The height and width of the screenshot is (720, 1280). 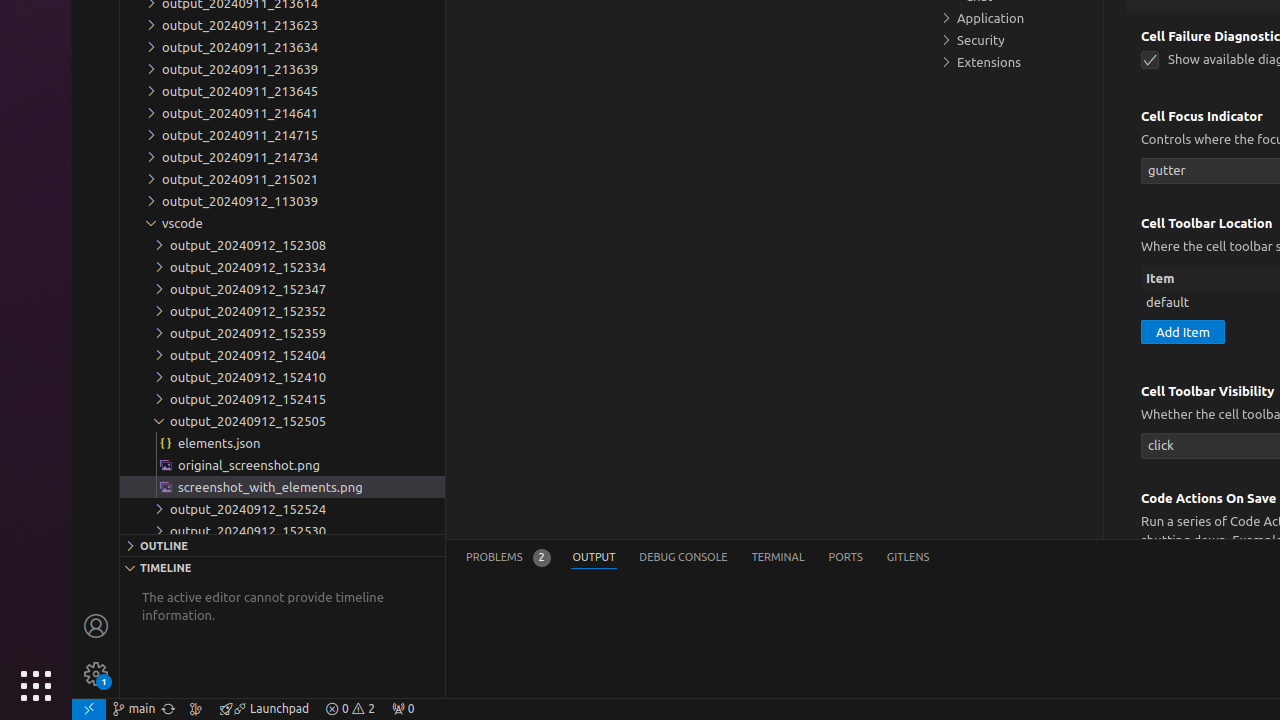 I want to click on 'output_20240912_152505', so click(x=281, y=419).